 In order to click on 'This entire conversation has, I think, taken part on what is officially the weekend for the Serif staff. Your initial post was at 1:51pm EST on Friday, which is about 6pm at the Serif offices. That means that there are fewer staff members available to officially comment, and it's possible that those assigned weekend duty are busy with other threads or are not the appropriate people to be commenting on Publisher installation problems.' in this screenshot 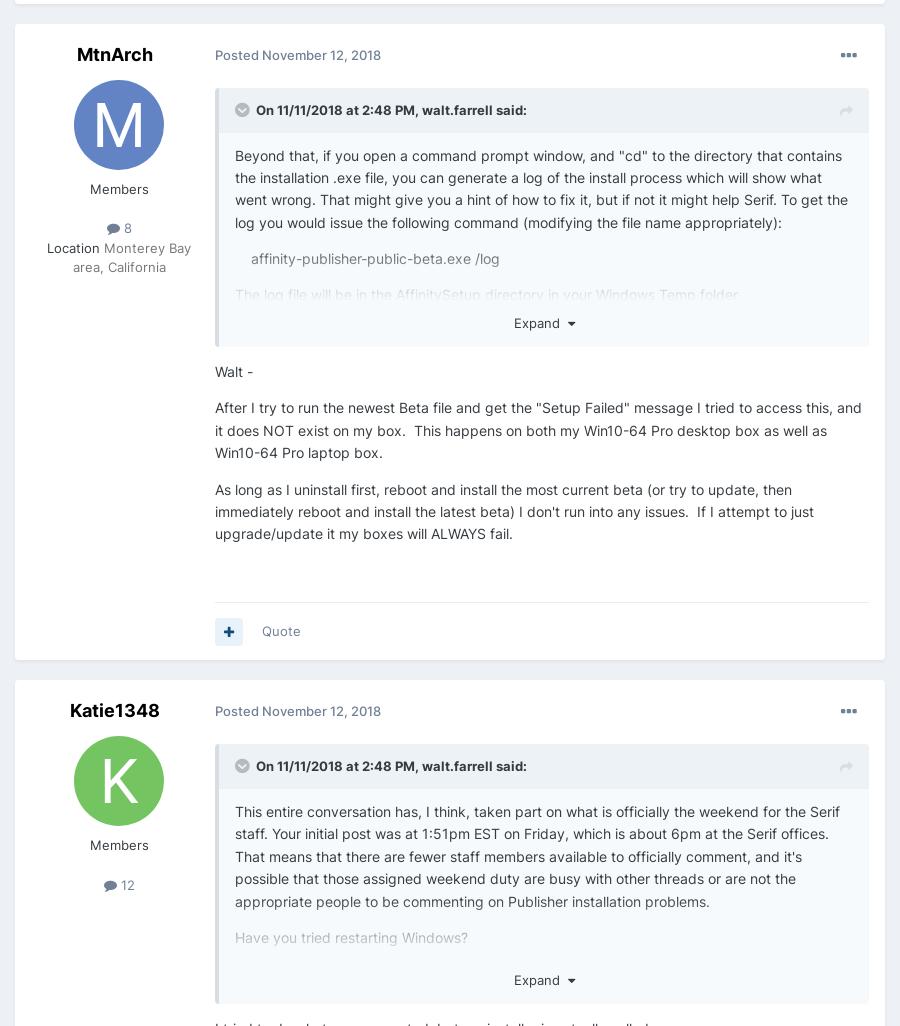, I will do `click(233, 855)`.